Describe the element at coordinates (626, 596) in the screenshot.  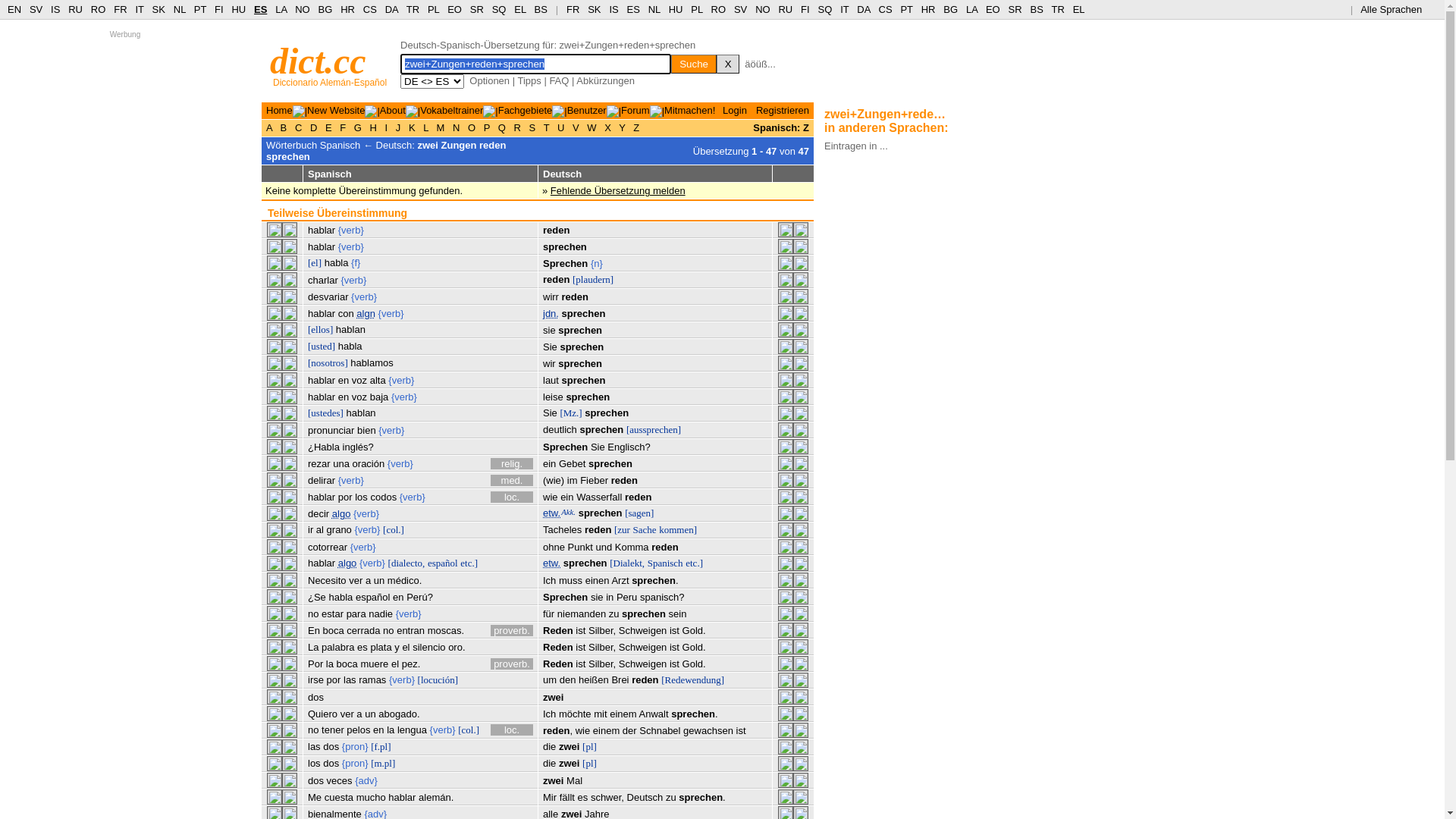
I see `'Peru'` at that location.